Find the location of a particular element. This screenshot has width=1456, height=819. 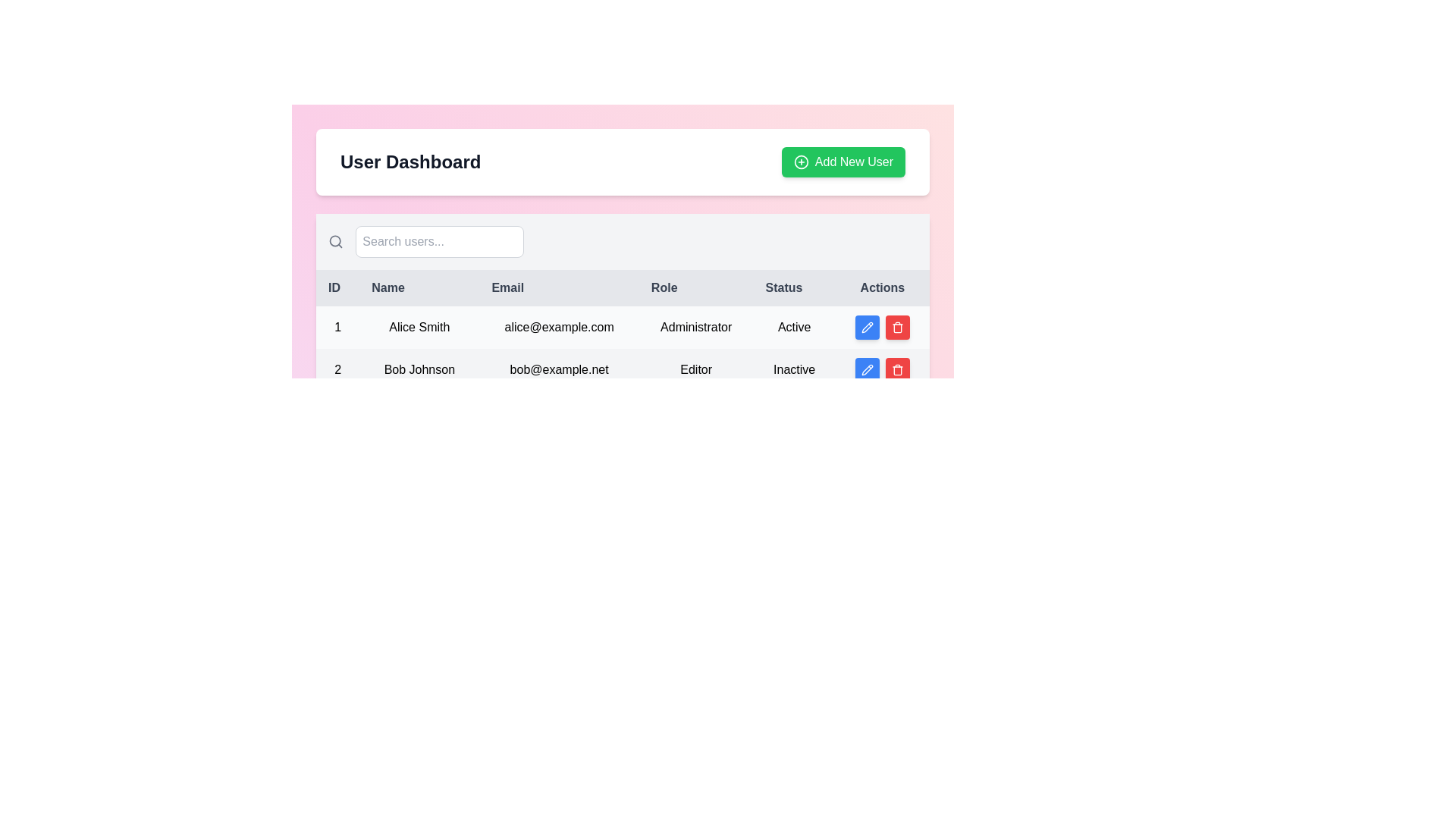

the 'Status' table header is located at coordinates (793, 288).